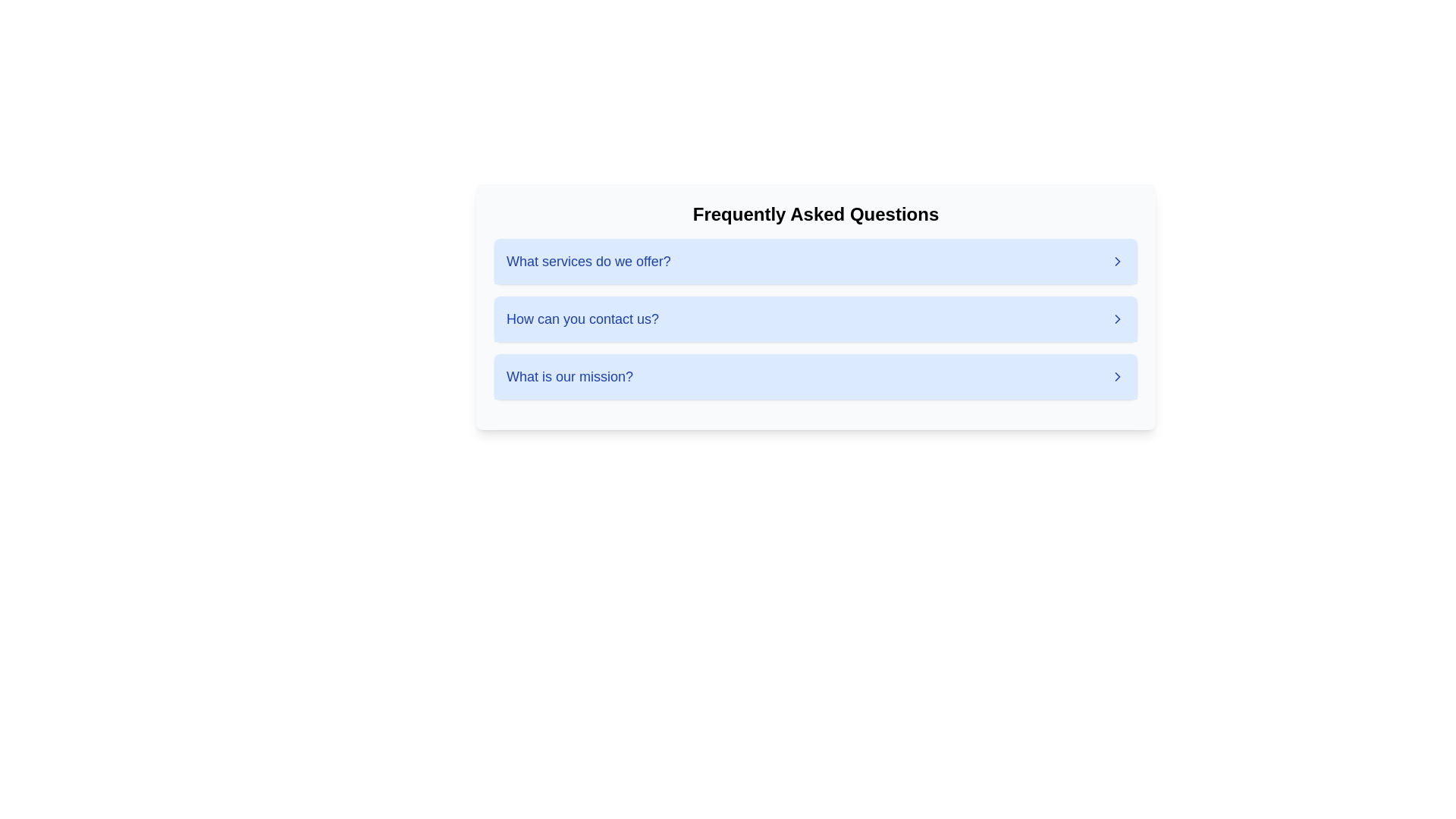  I want to click on text of the title or question prompt located at the center of the blue-highlighted section in the top section of a vertically-stacked list, so click(588, 260).